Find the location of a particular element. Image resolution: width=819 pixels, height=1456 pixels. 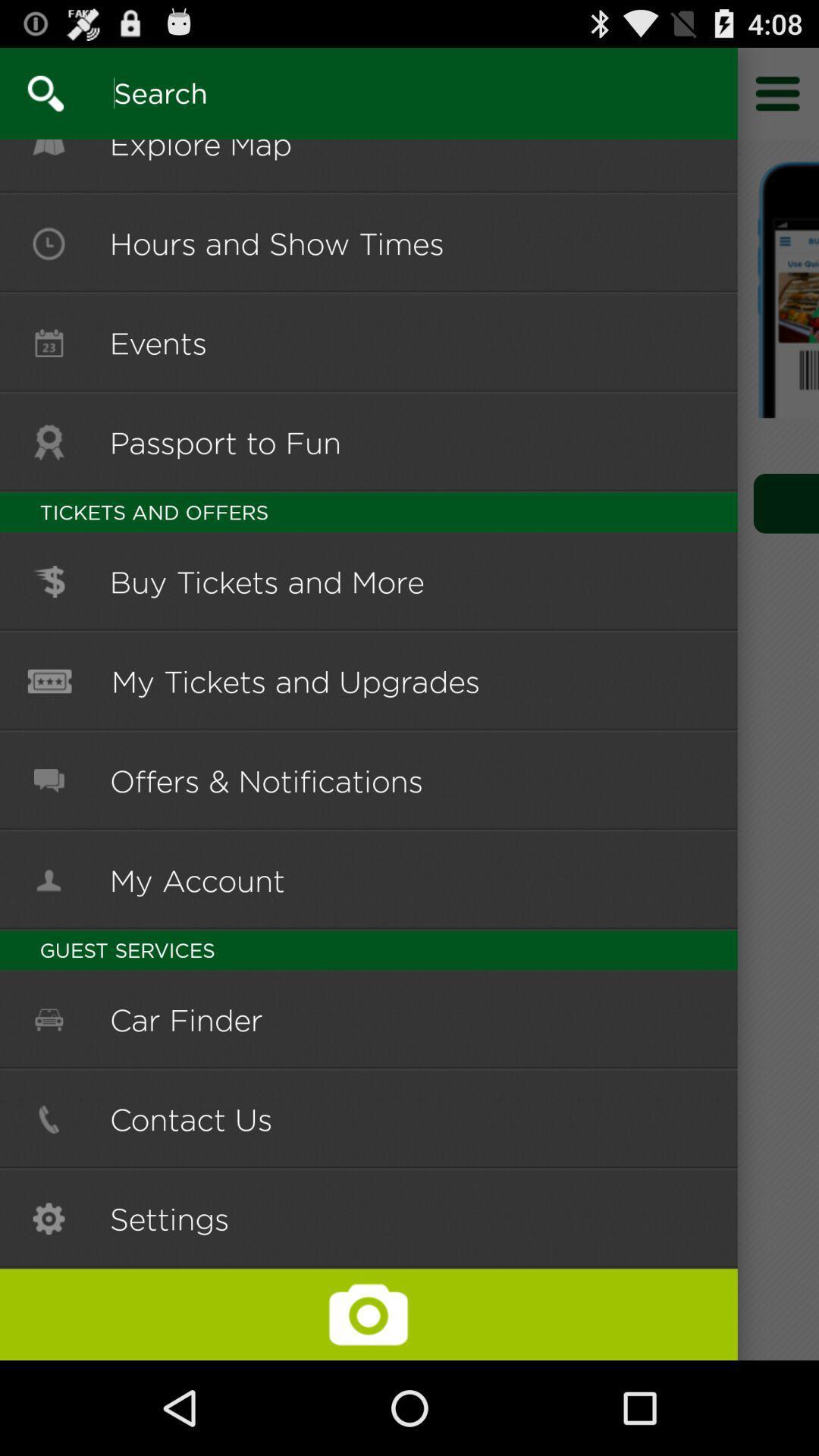

search bar option is located at coordinates (359, 93).